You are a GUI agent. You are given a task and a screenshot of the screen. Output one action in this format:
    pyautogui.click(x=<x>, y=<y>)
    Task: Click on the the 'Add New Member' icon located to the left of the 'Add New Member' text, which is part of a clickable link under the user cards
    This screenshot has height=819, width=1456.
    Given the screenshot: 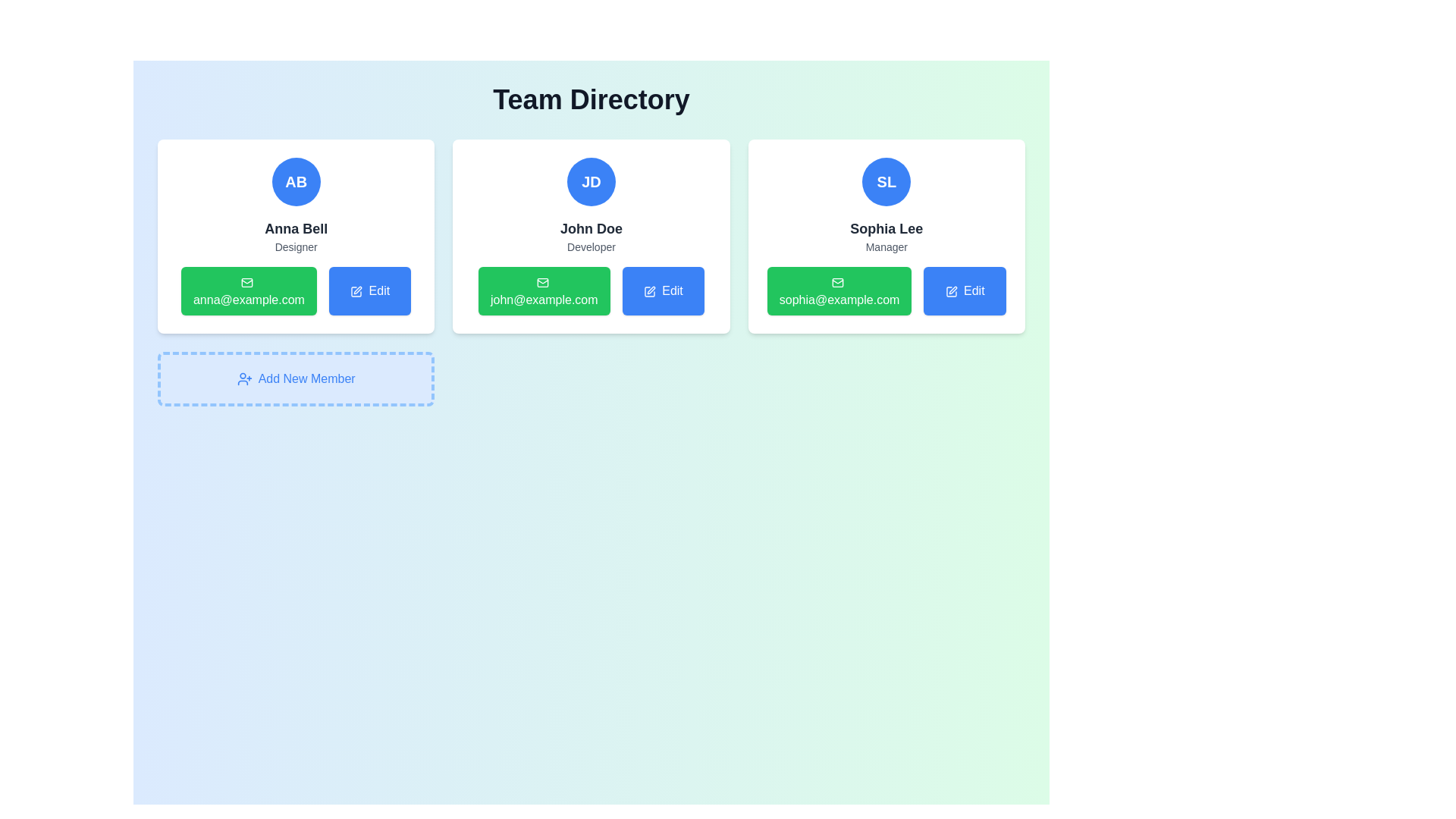 What is the action you would take?
    pyautogui.click(x=244, y=378)
    